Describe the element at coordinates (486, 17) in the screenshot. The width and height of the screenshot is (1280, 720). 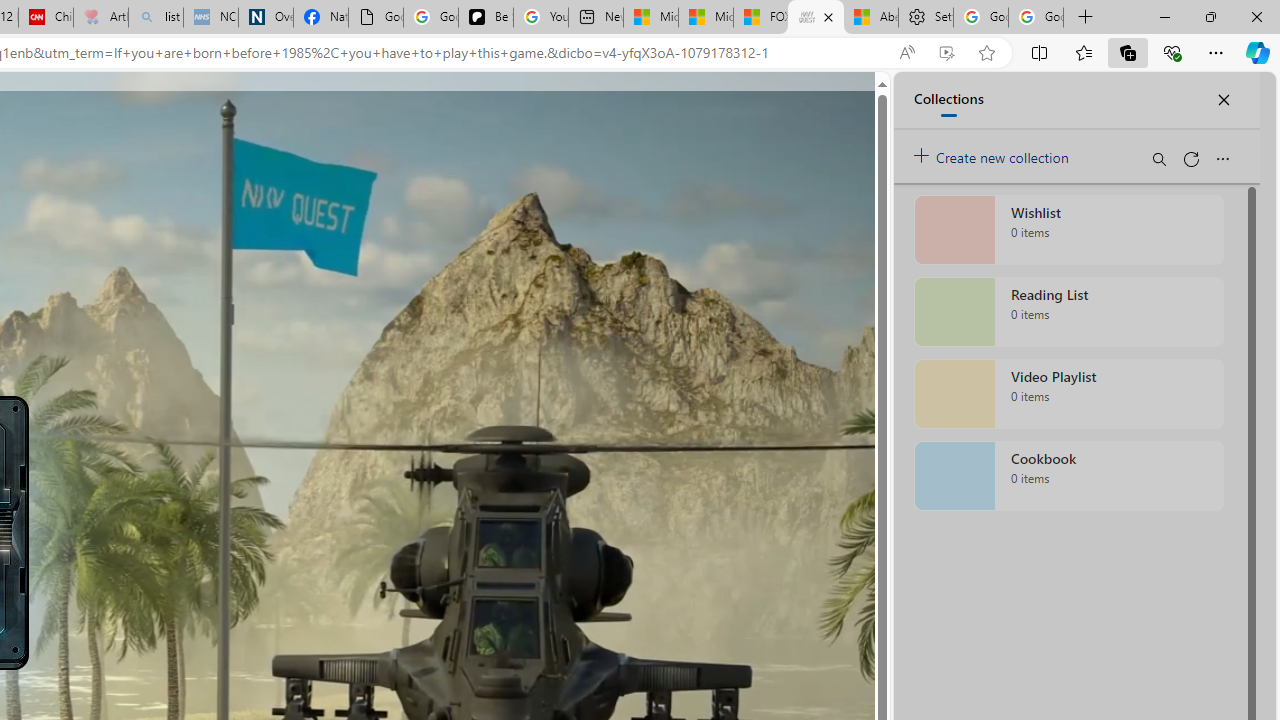
I see `'Be Smart | creating Science videos | Patreon'` at that location.